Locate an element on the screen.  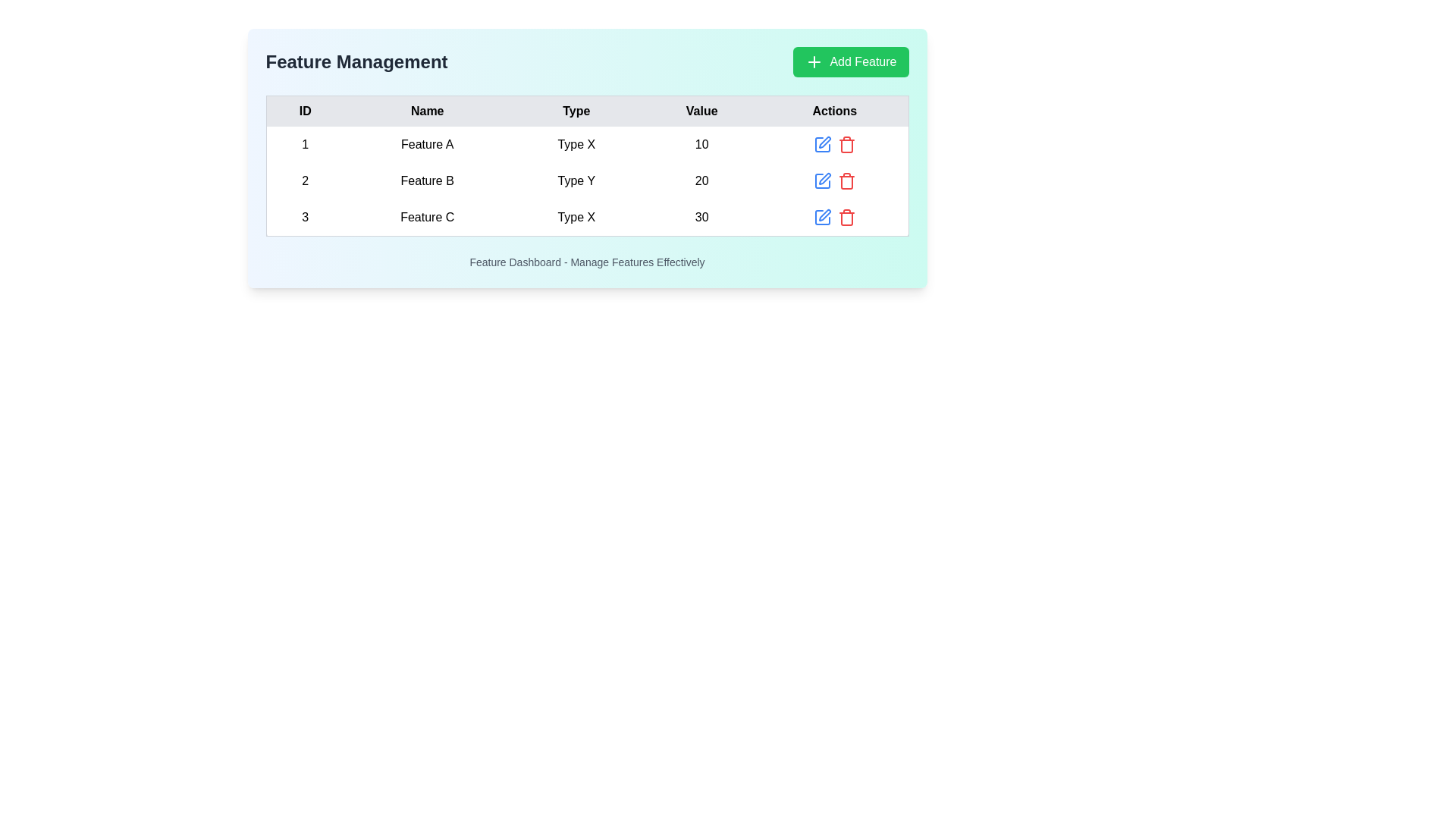
the 'Actions' text label, which is the last column header of the table, displayed in bold black text on a light gray background is located at coordinates (834, 110).